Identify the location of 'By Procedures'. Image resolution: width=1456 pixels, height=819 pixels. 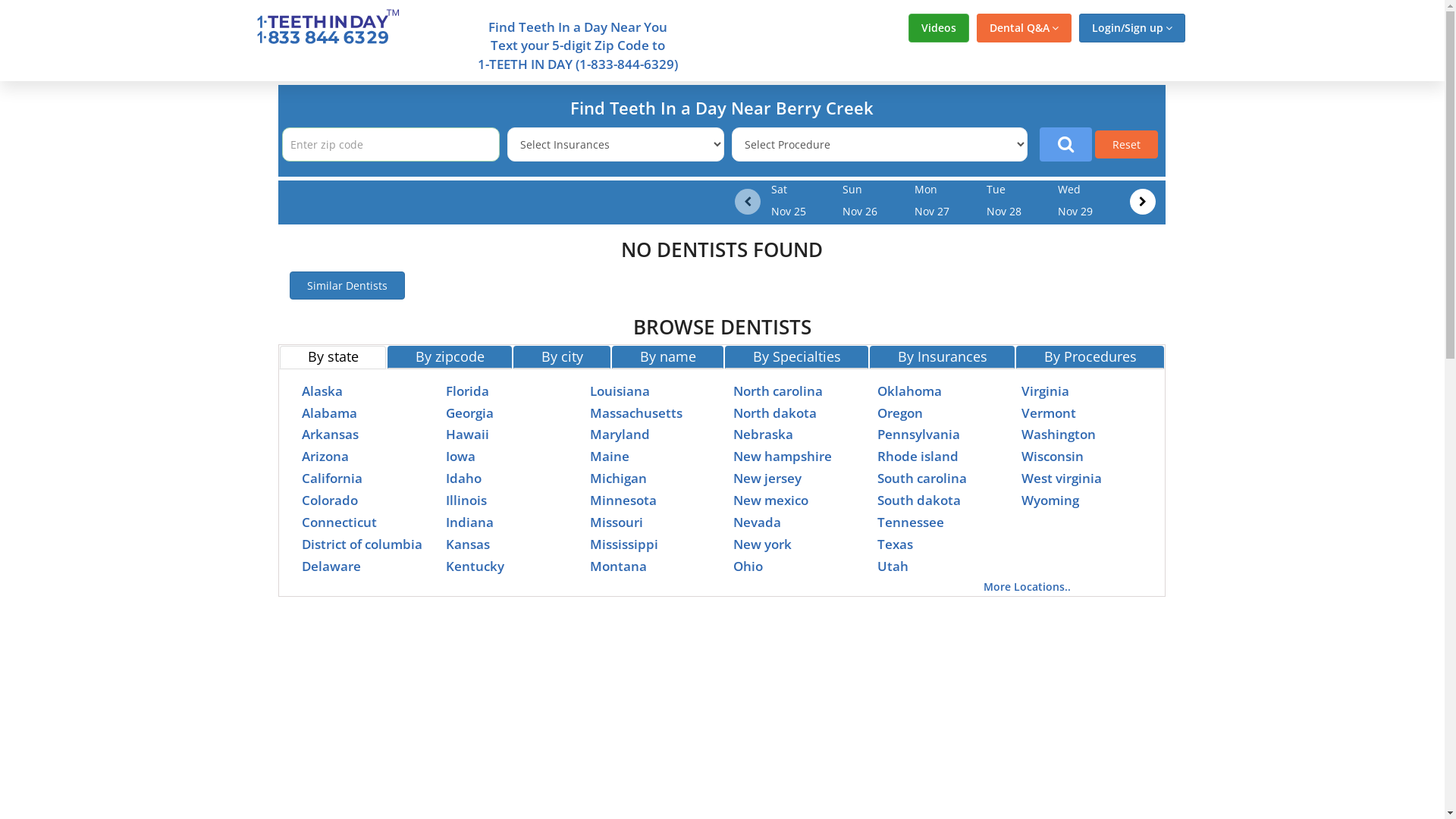
(1089, 356).